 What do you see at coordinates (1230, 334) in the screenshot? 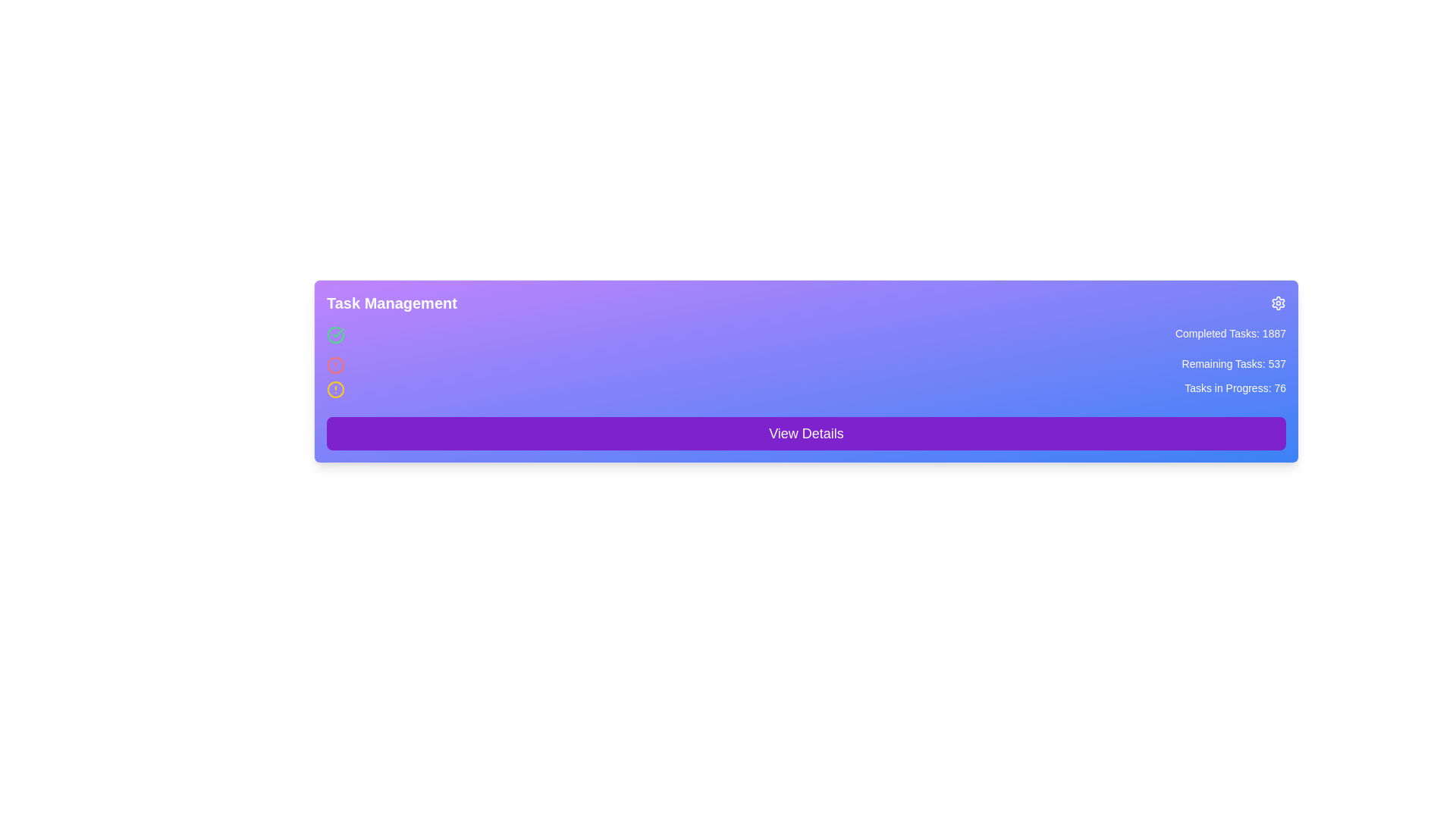
I see `the text label displaying 'Completed Tasks: 1887' located at the top-right section of the interface on a gradient purple background` at bounding box center [1230, 334].